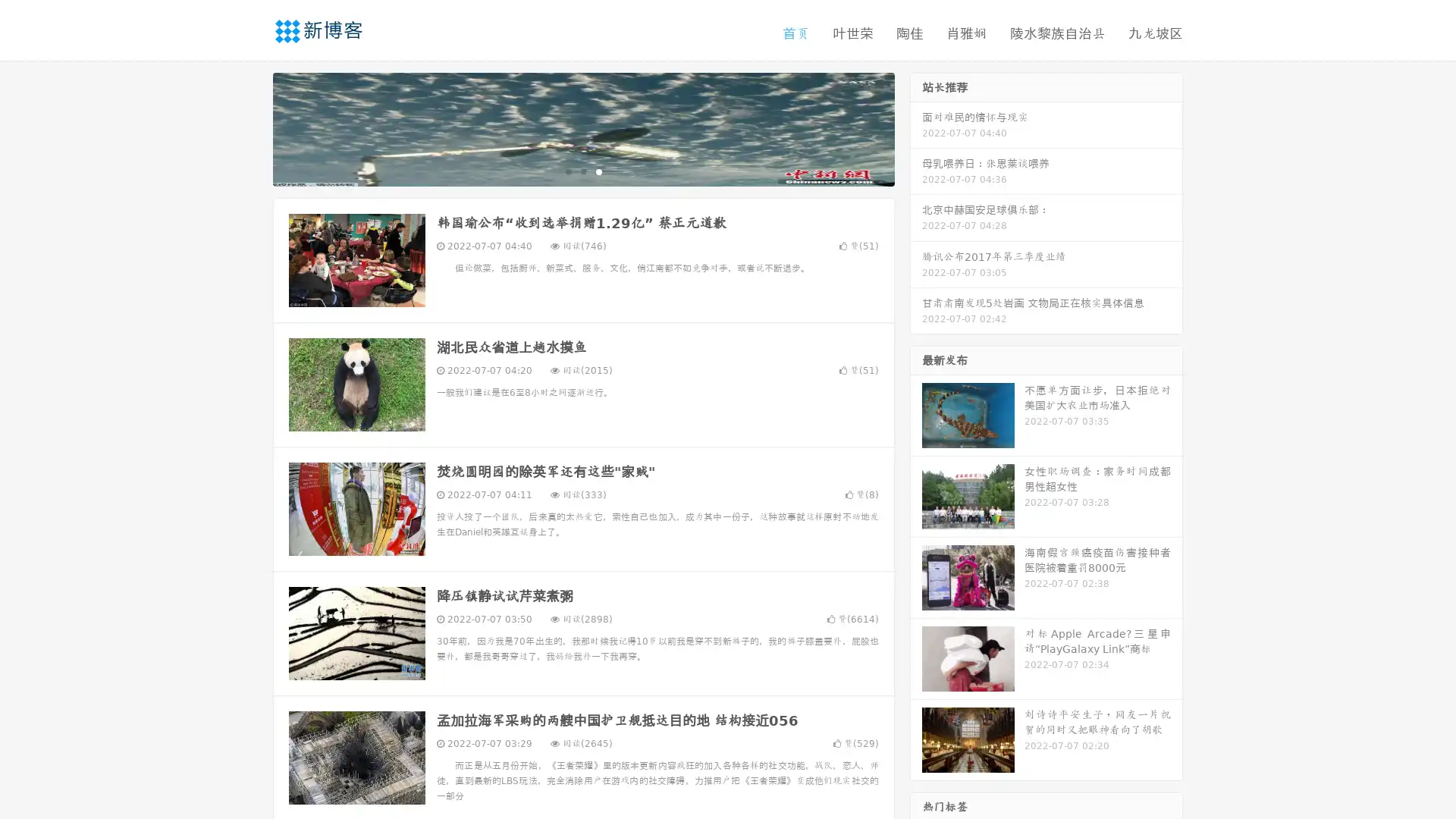 Image resolution: width=1456 pixels, height=819 pixels. Describe the element at coordinates (567, 171) in the screenshot. I see `Go to slide 1` at that location.